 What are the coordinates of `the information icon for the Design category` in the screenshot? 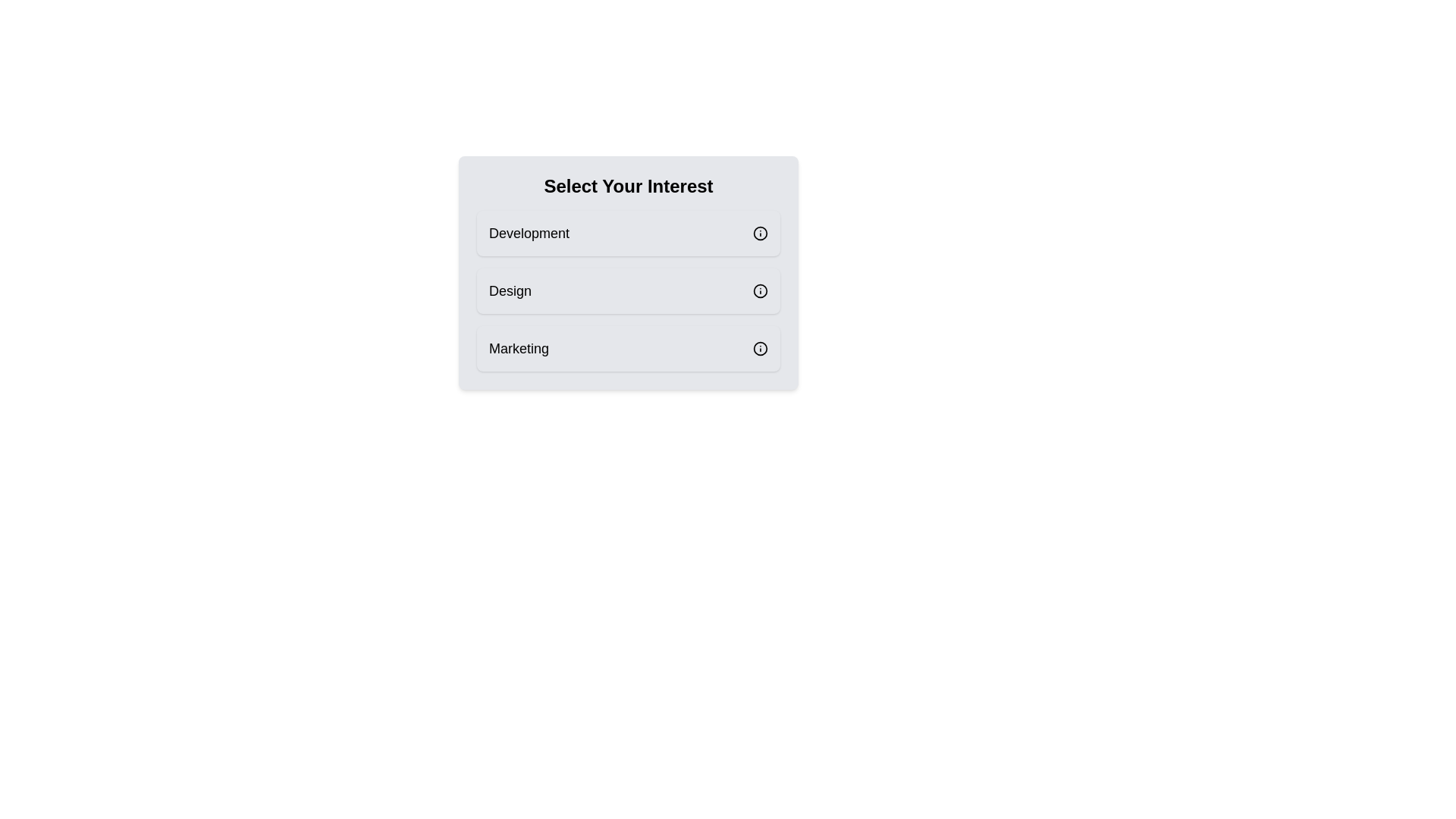 It's located at (761, 291).